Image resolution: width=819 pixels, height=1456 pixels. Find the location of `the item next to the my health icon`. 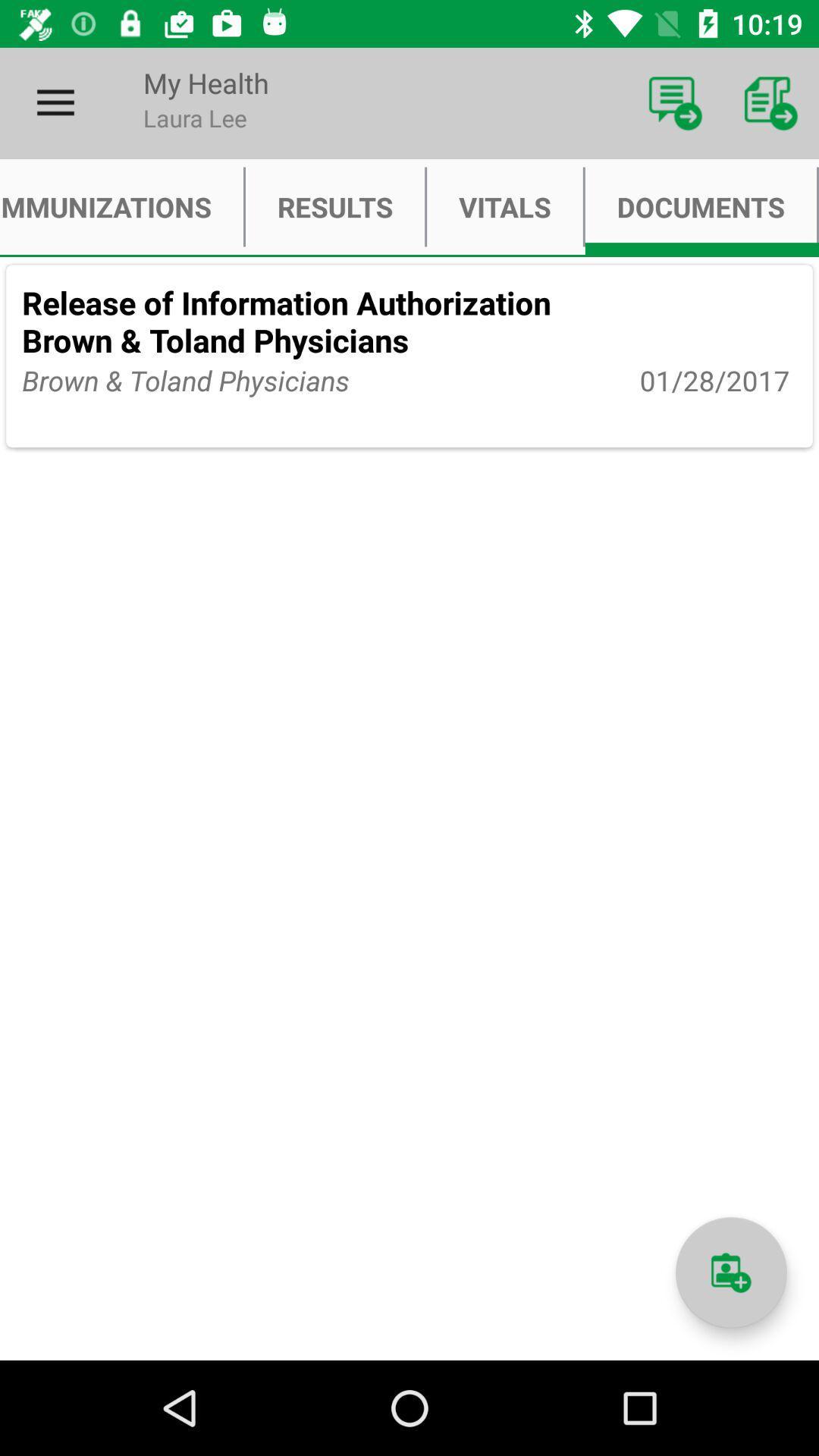

the item next to the my health icon is located at coordinates (675, 102).